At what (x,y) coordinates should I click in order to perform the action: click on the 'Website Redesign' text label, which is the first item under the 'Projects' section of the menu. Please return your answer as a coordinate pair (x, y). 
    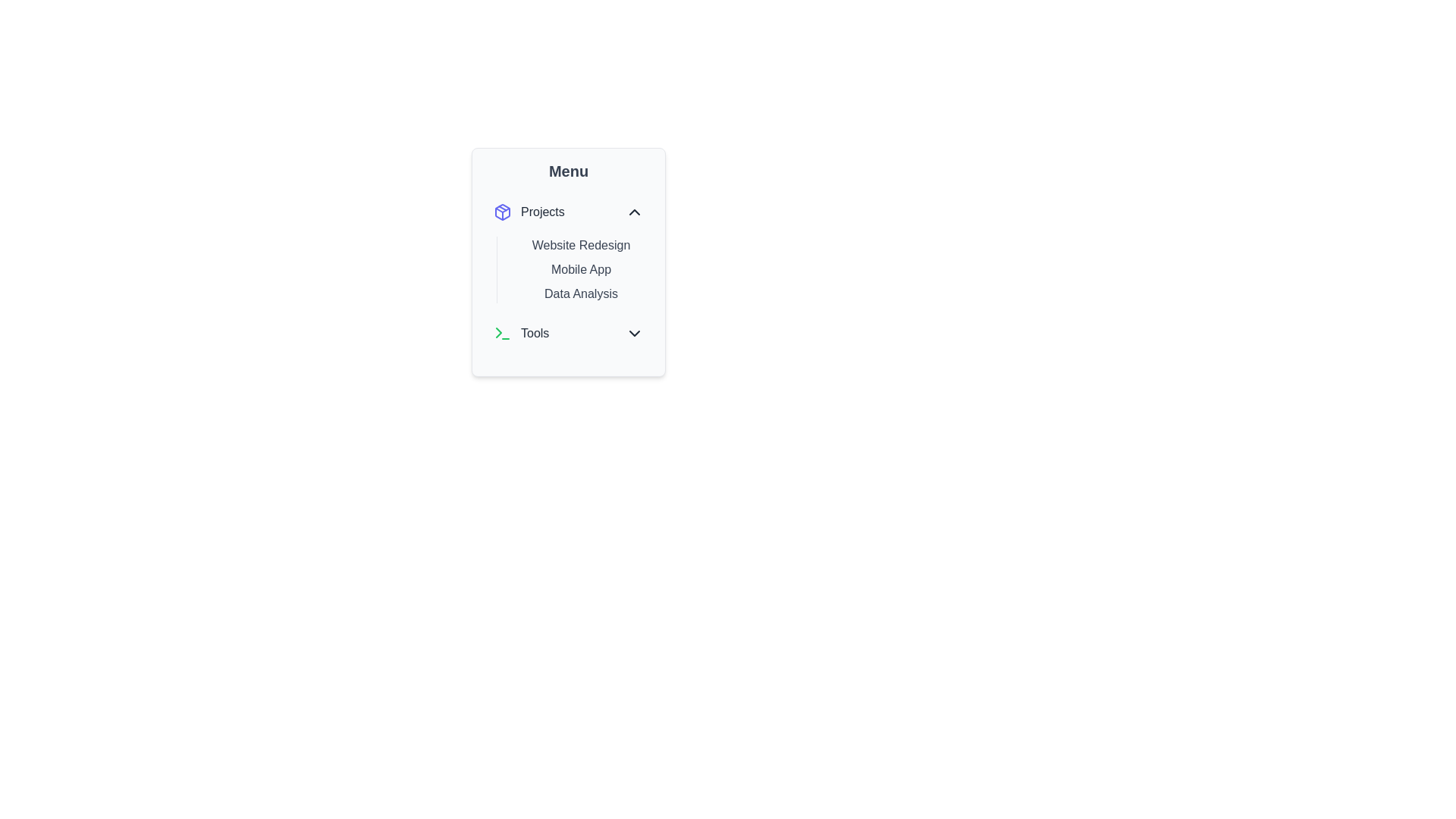
    Looking at the image, I should click on (580, 245).